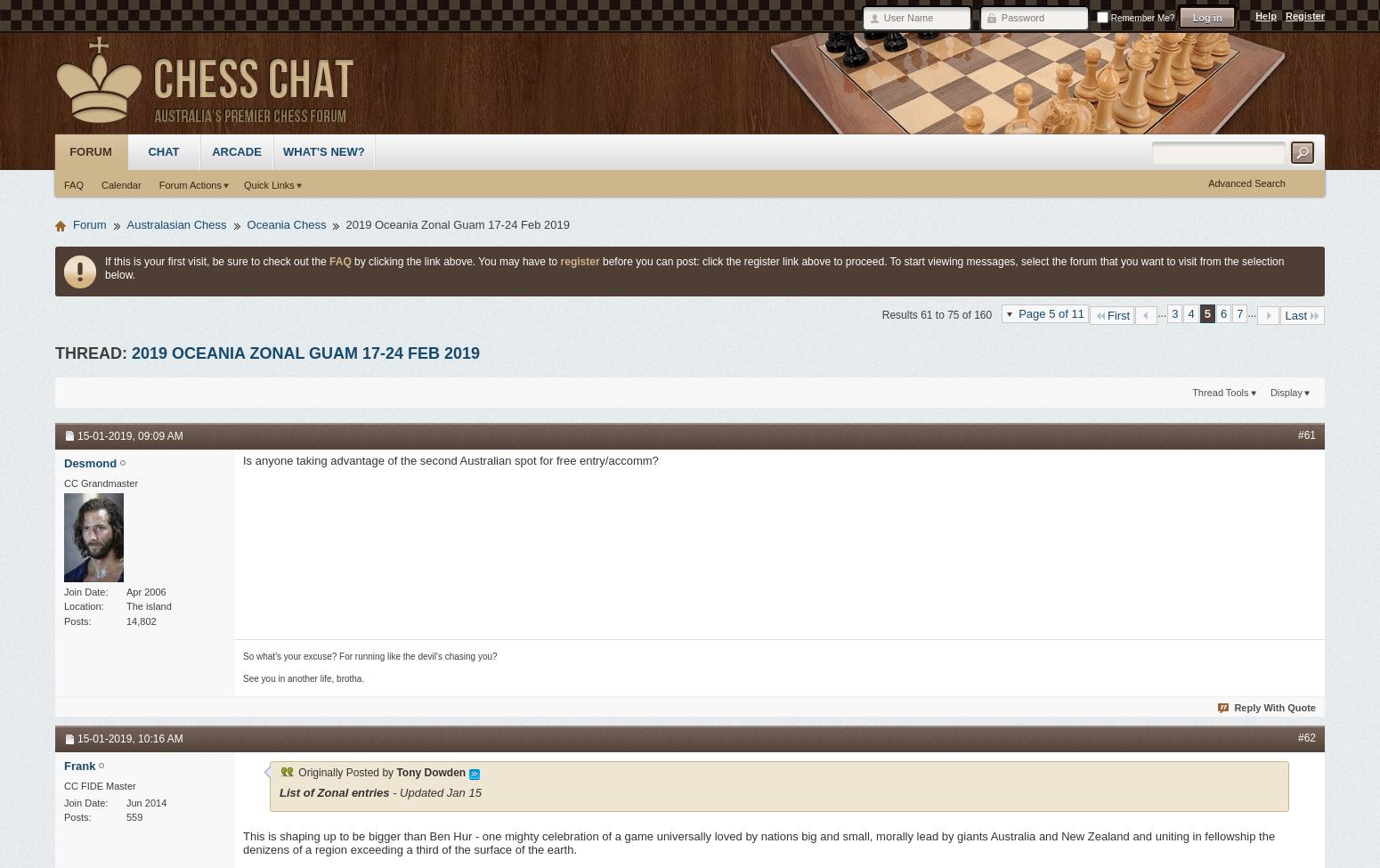  What do you see at coordinates (936, 313) in the screenshot?
I see `'Results 61 to 75 of 160'` at bounding box center [936, 313].